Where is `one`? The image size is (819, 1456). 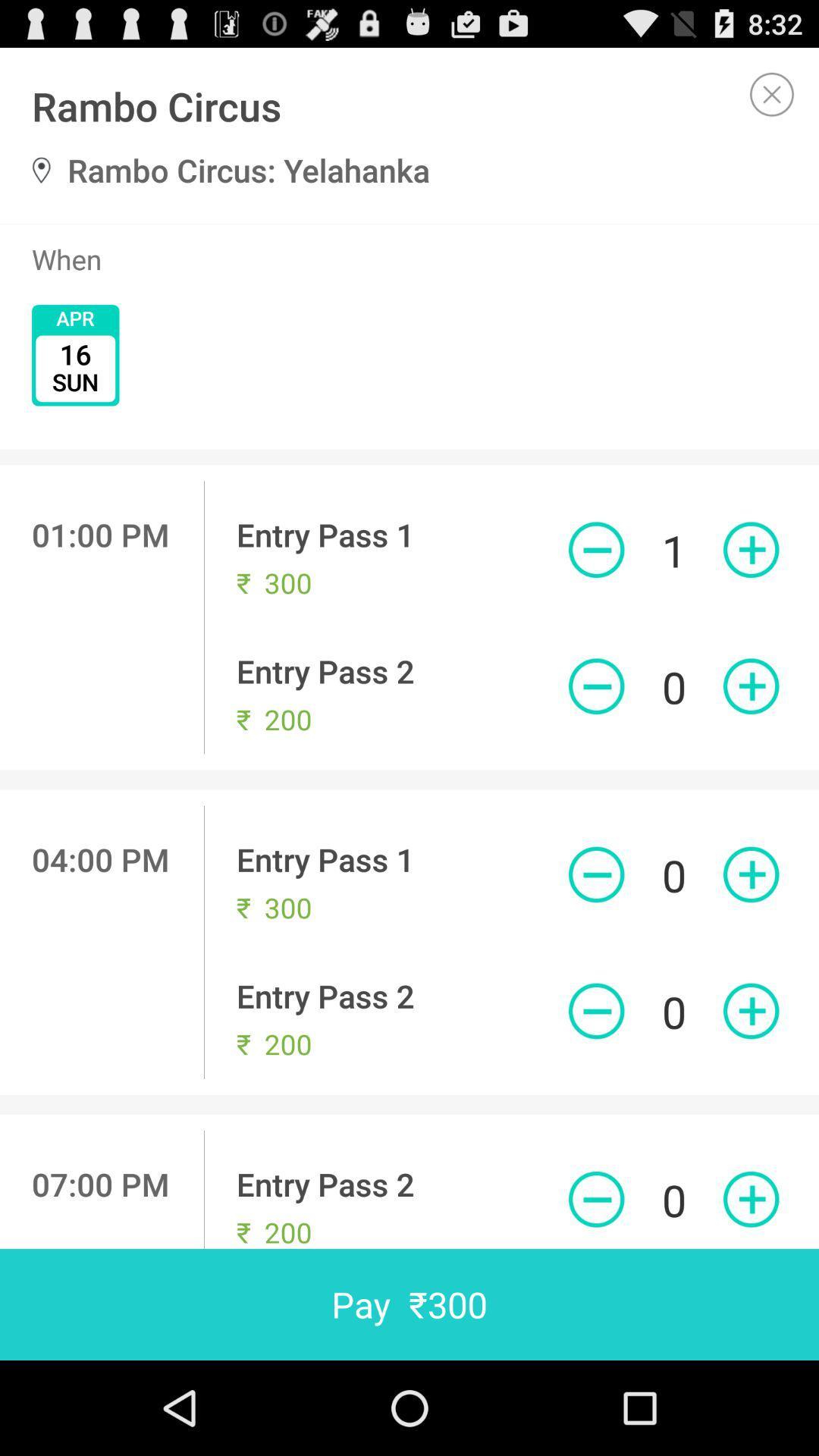
one is located at coordinates (751, 874).